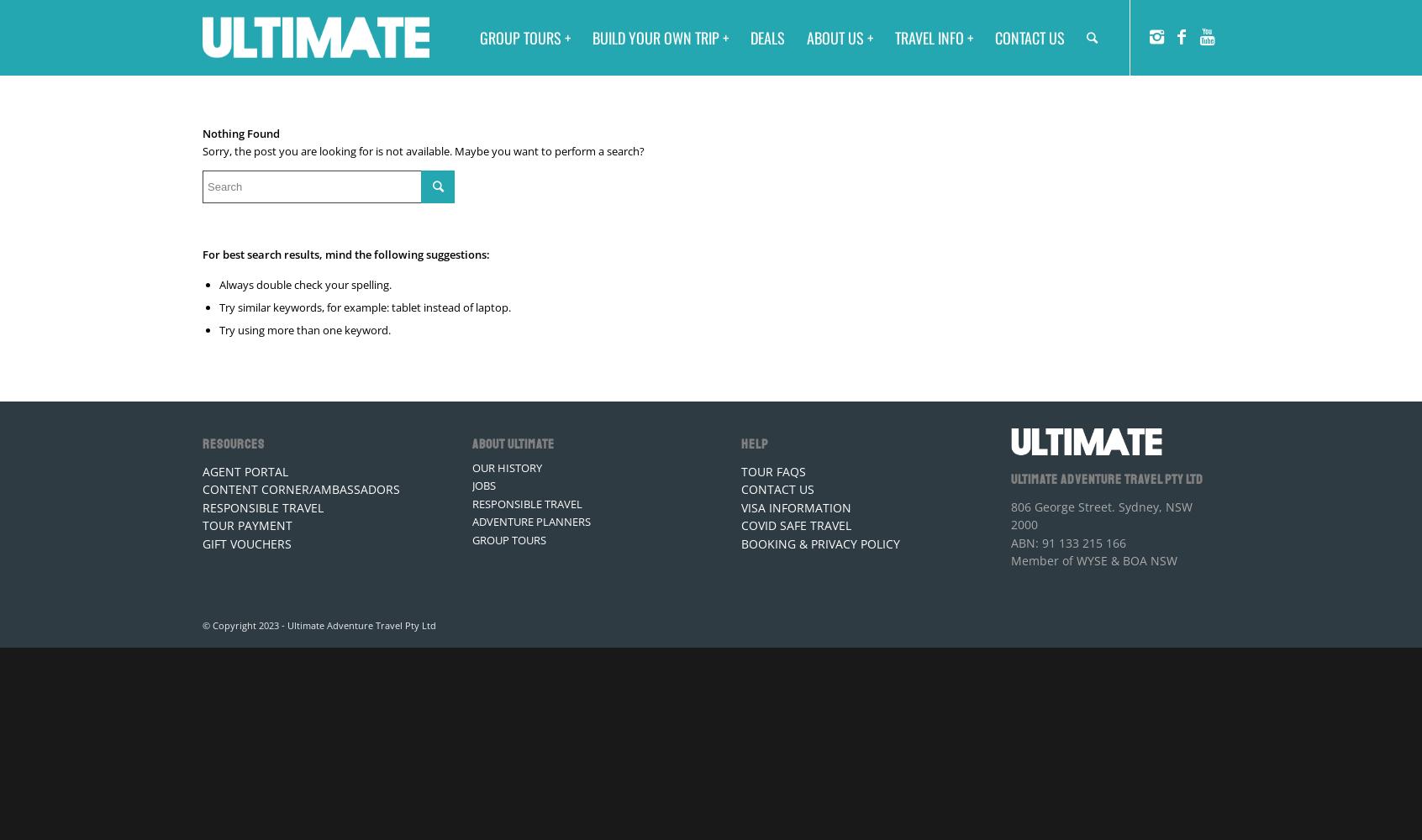  What do you see at coordinates (471, 521) in the screenshot?
I see `'ADVENTURE PLANNERS'` at bounding box center [471, 521].